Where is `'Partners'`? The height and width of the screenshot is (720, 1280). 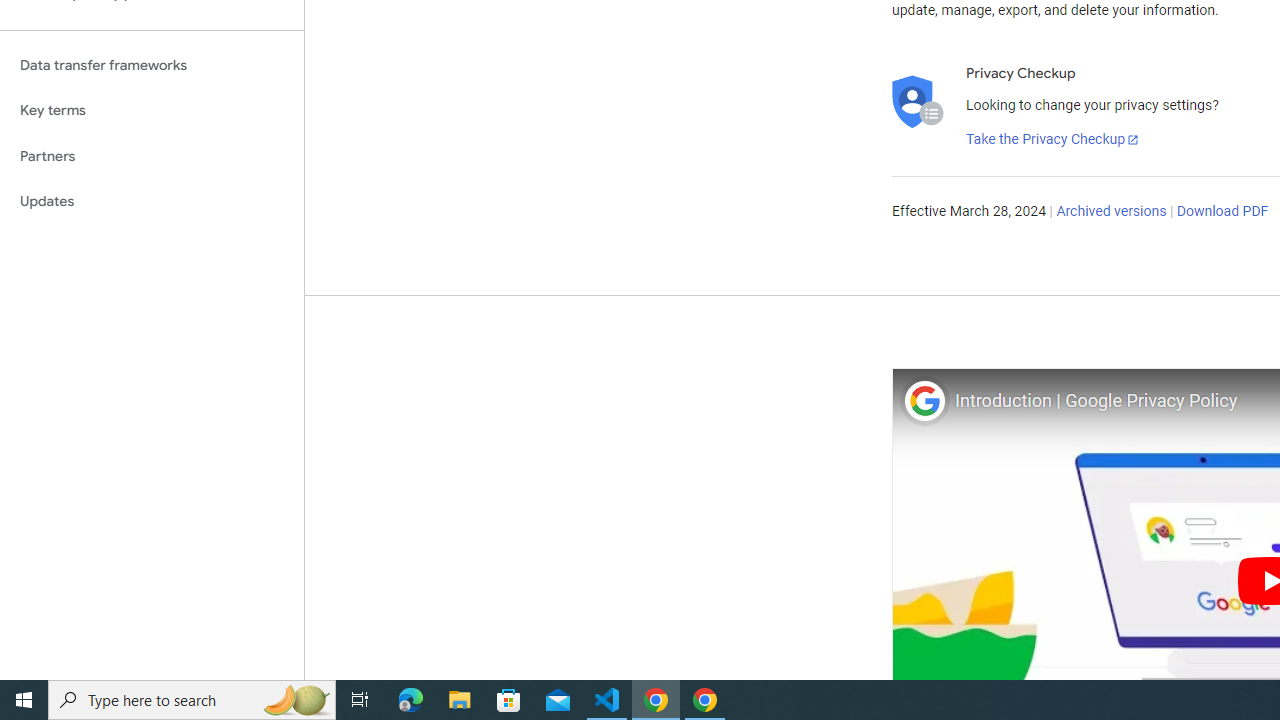 'Partners' is located at coordinates (151, 155).